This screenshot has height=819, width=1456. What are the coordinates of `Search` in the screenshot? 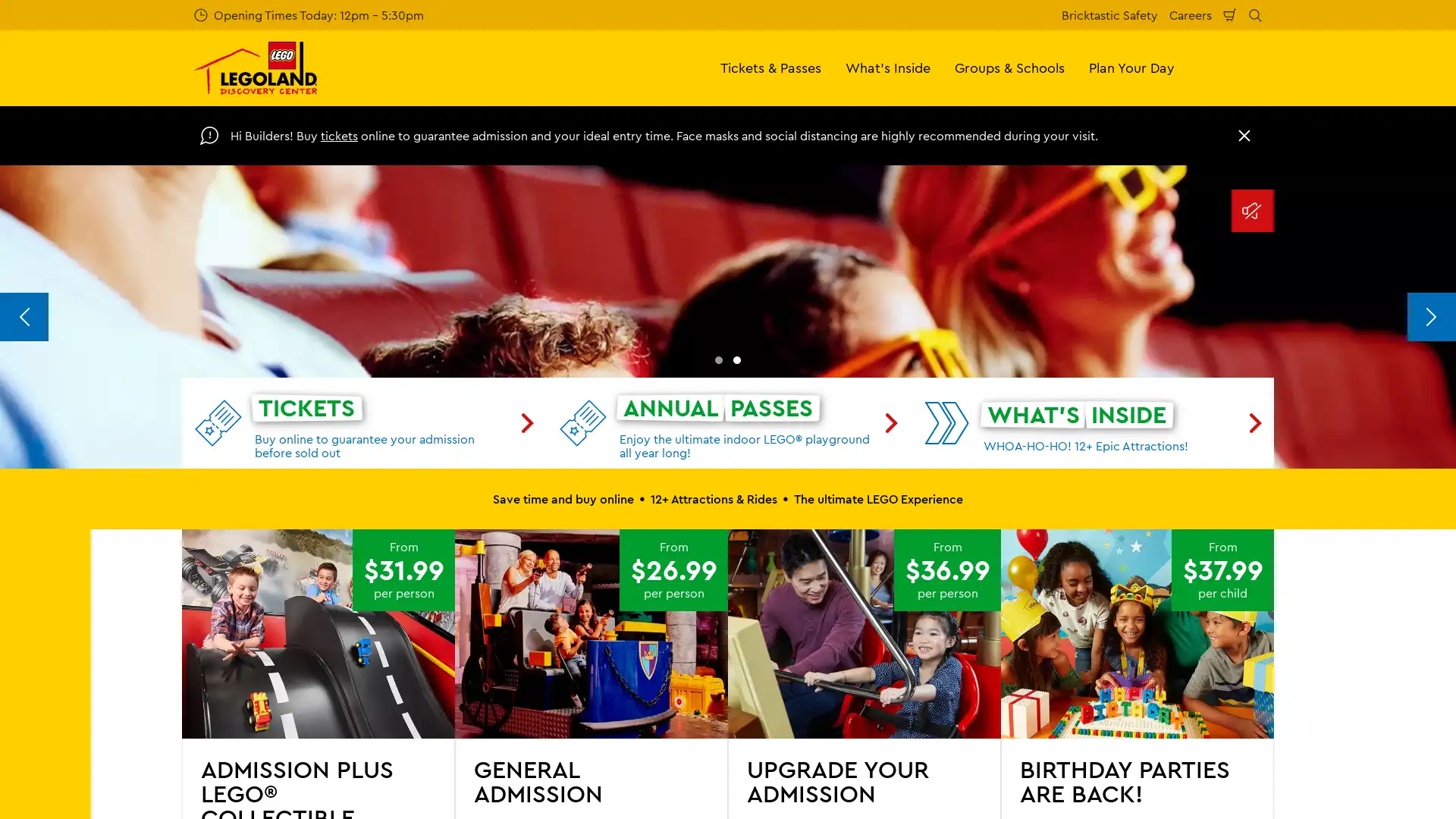 It's located at (1255, 14).